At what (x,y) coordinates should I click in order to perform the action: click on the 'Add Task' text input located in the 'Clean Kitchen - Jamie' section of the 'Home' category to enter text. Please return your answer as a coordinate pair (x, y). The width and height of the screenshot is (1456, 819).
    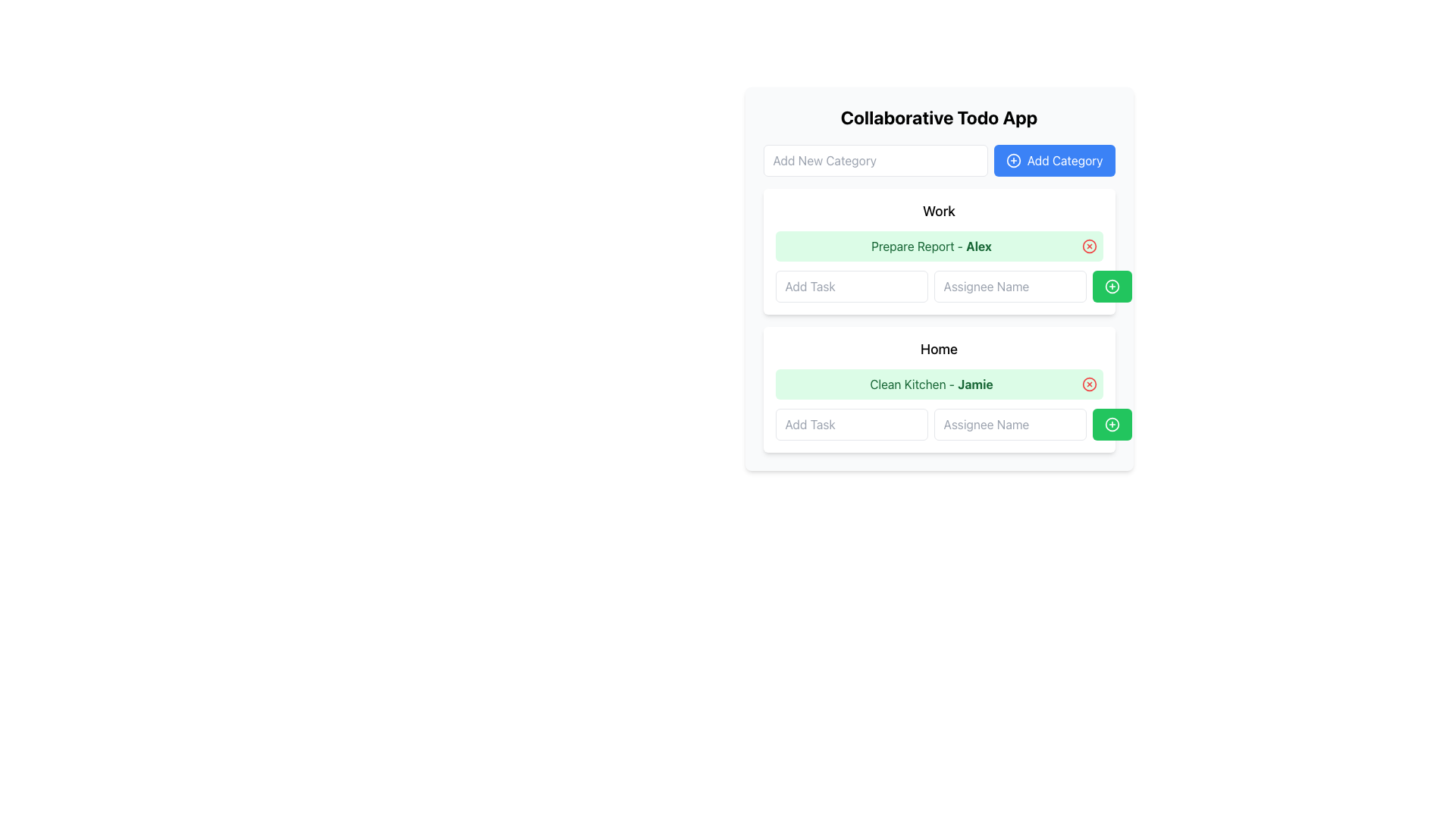
    Looking at the image, I should click on (938, 424).